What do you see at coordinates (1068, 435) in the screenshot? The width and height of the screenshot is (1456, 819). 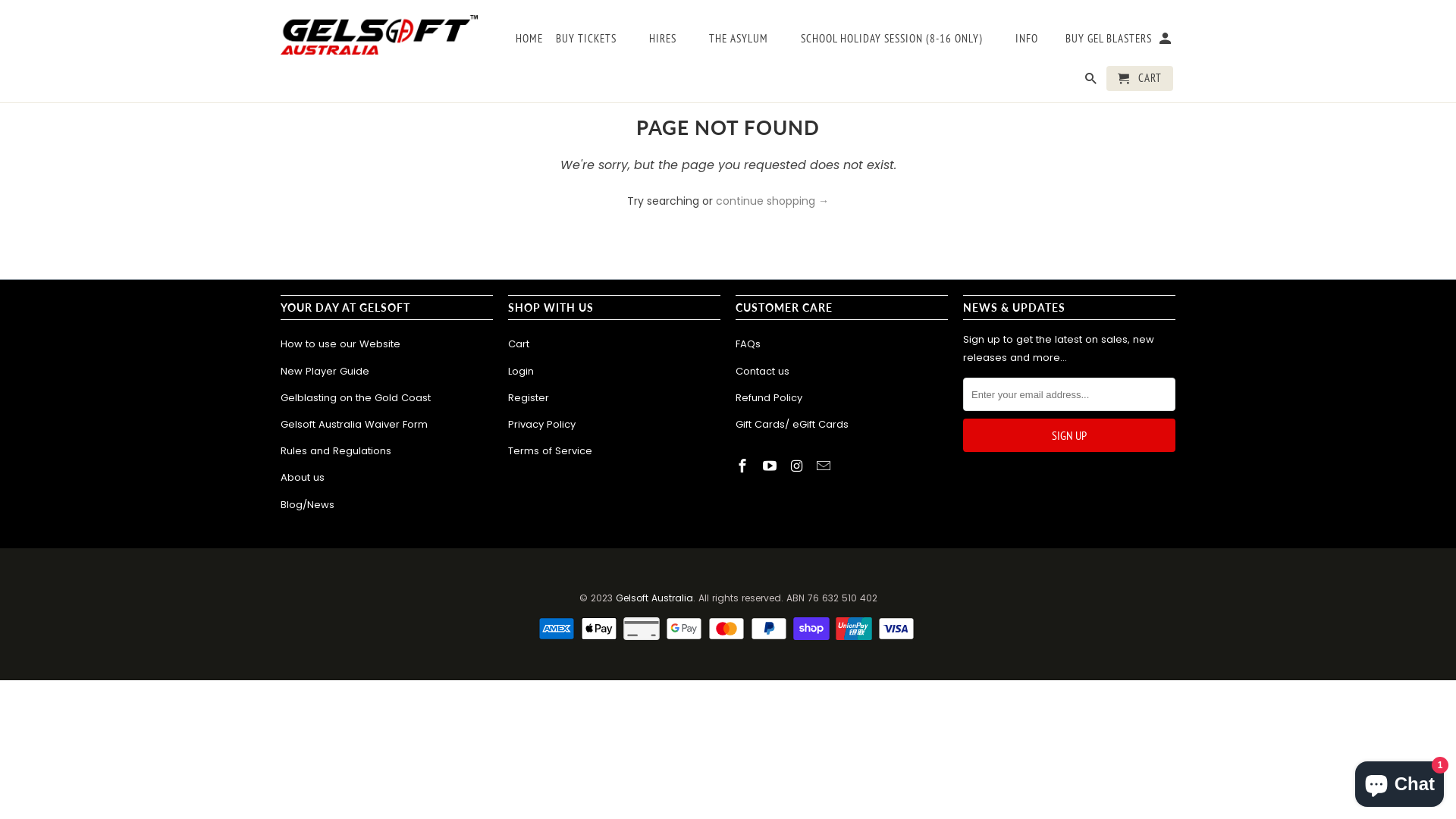 I see `'Sign Up'` at bounding box center [1068, 435].